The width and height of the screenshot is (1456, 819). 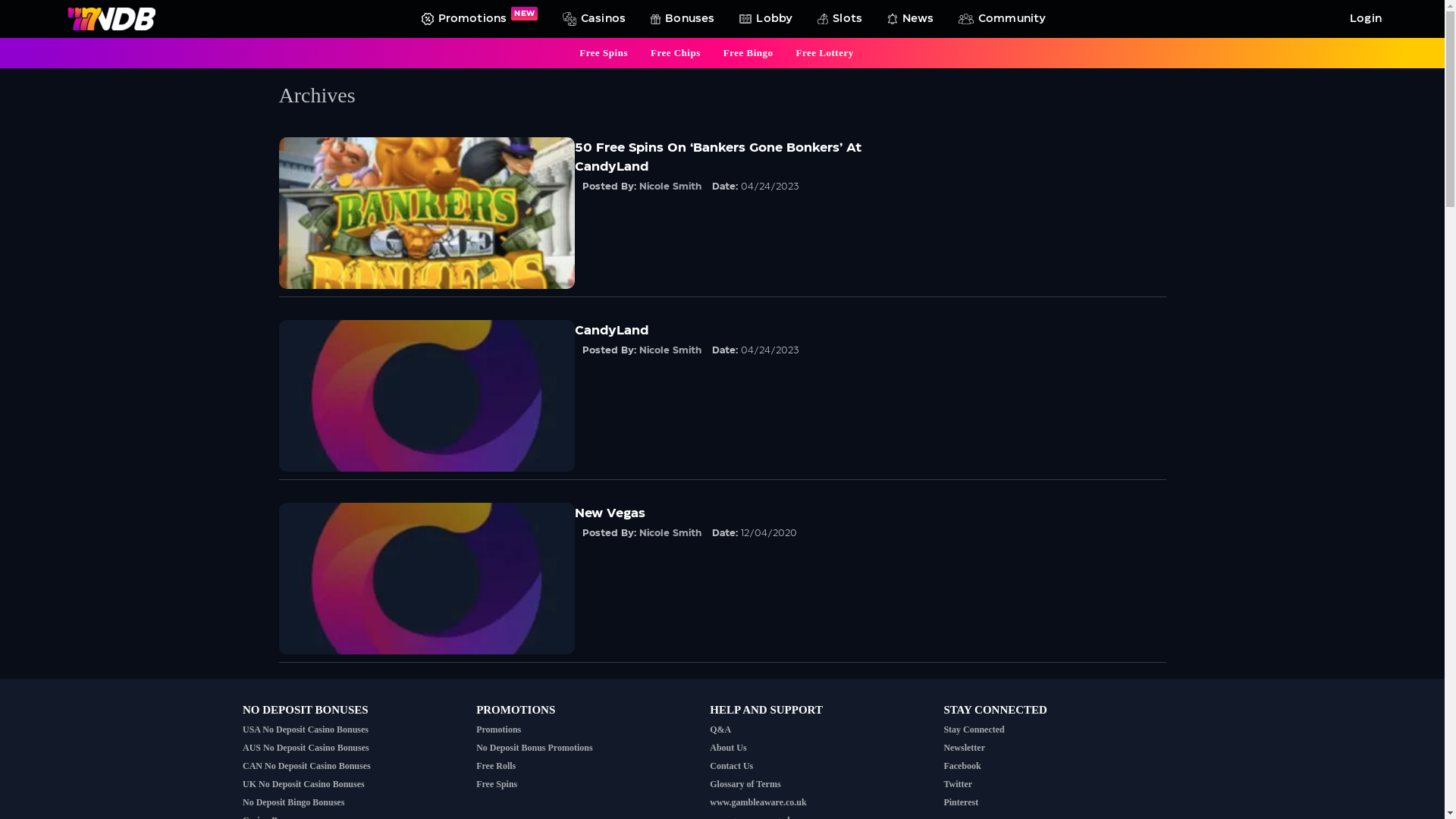 I want to click on 'Lobby', so click(x=763, y=18).